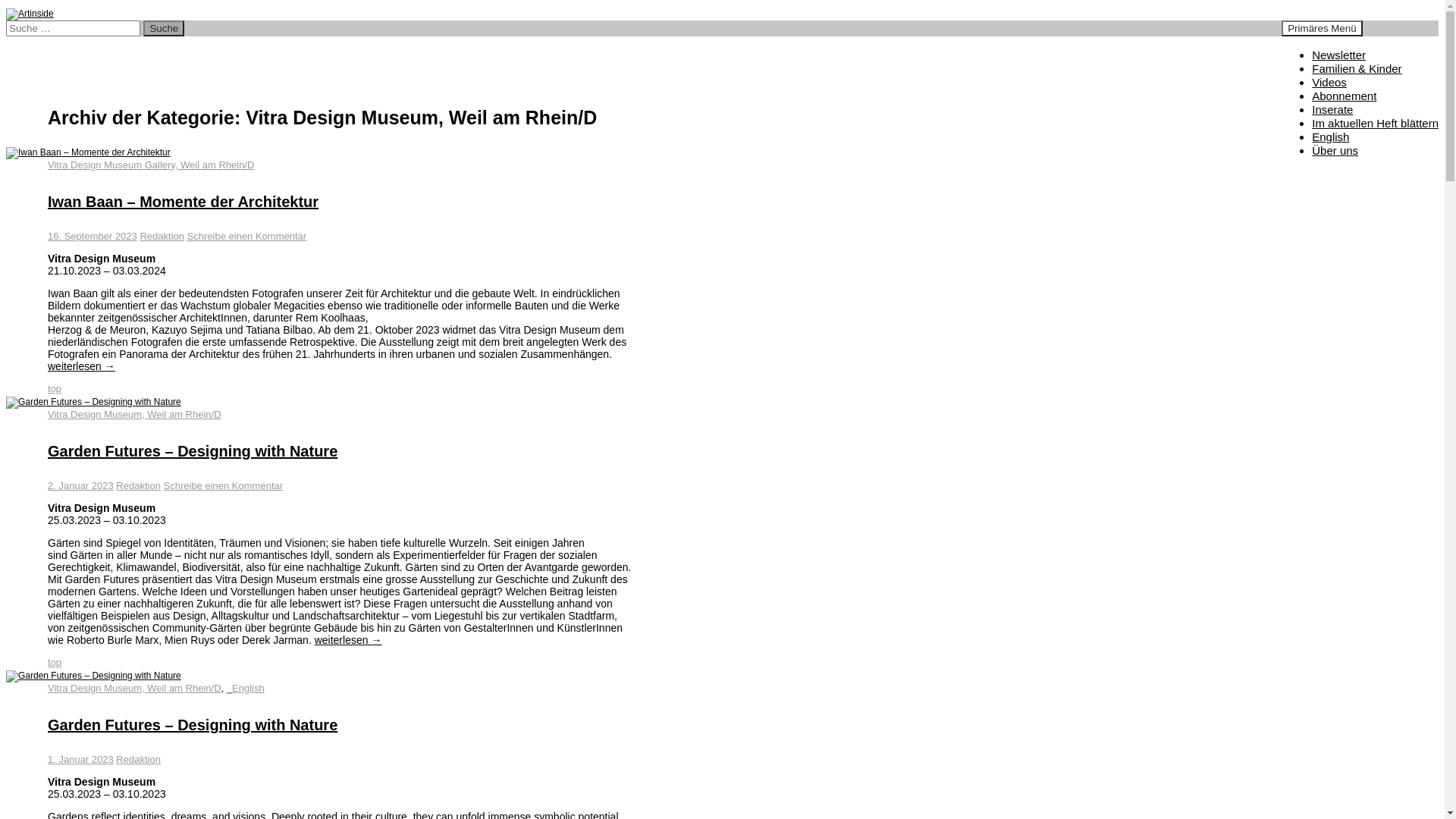 This screenshot has height=819, width=1456. What do you see at coordinates (47, 485) in the screenshot?
I see `'2. Januar 2023'` at bounding box center [47, 485].